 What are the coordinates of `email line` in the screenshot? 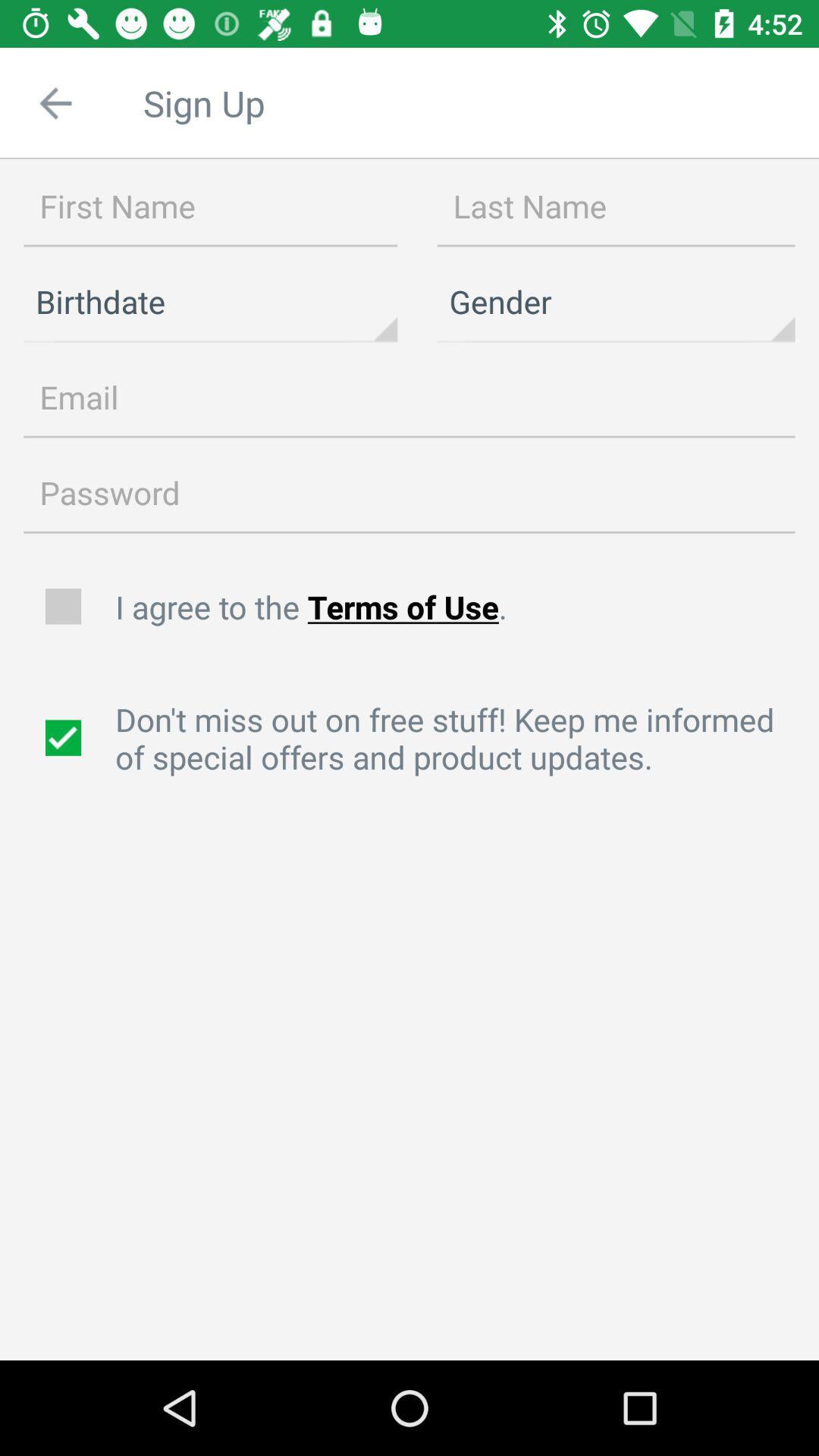 It's located at (409, 397).